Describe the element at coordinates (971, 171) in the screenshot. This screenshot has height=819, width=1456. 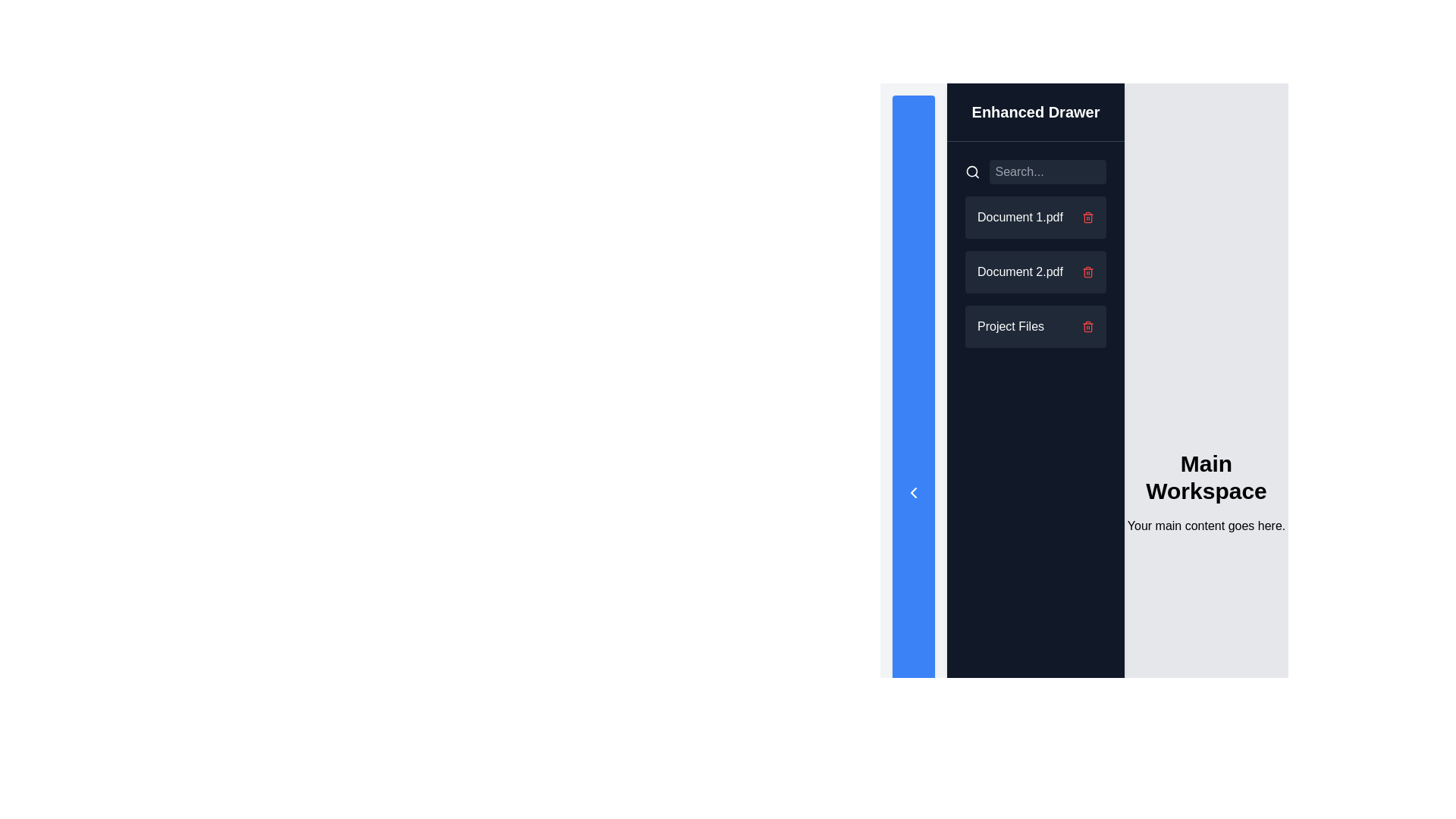
I see `the SVG circle representing the search magnifying glass icon located in the top-left section of the 'Enhanced Drawer' sidebar` at that location.